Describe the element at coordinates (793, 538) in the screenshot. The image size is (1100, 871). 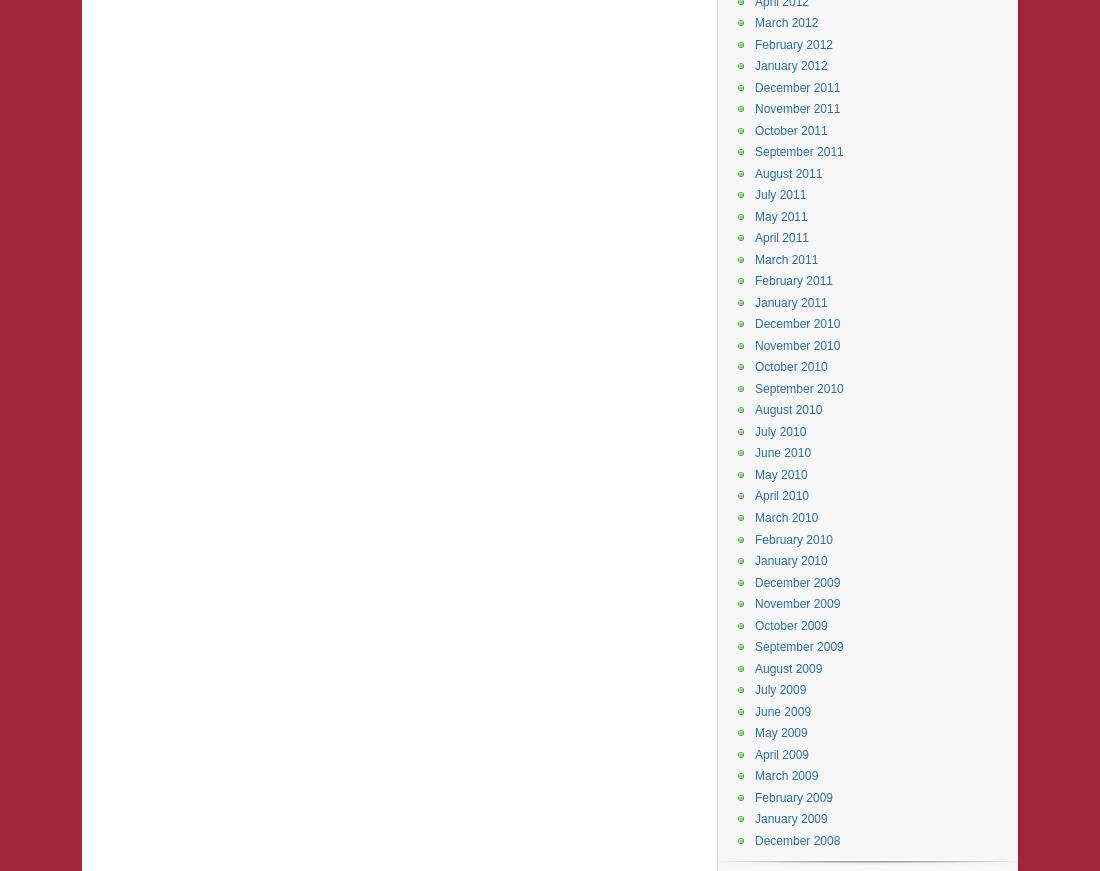
I see `'February 2010'` at that location.